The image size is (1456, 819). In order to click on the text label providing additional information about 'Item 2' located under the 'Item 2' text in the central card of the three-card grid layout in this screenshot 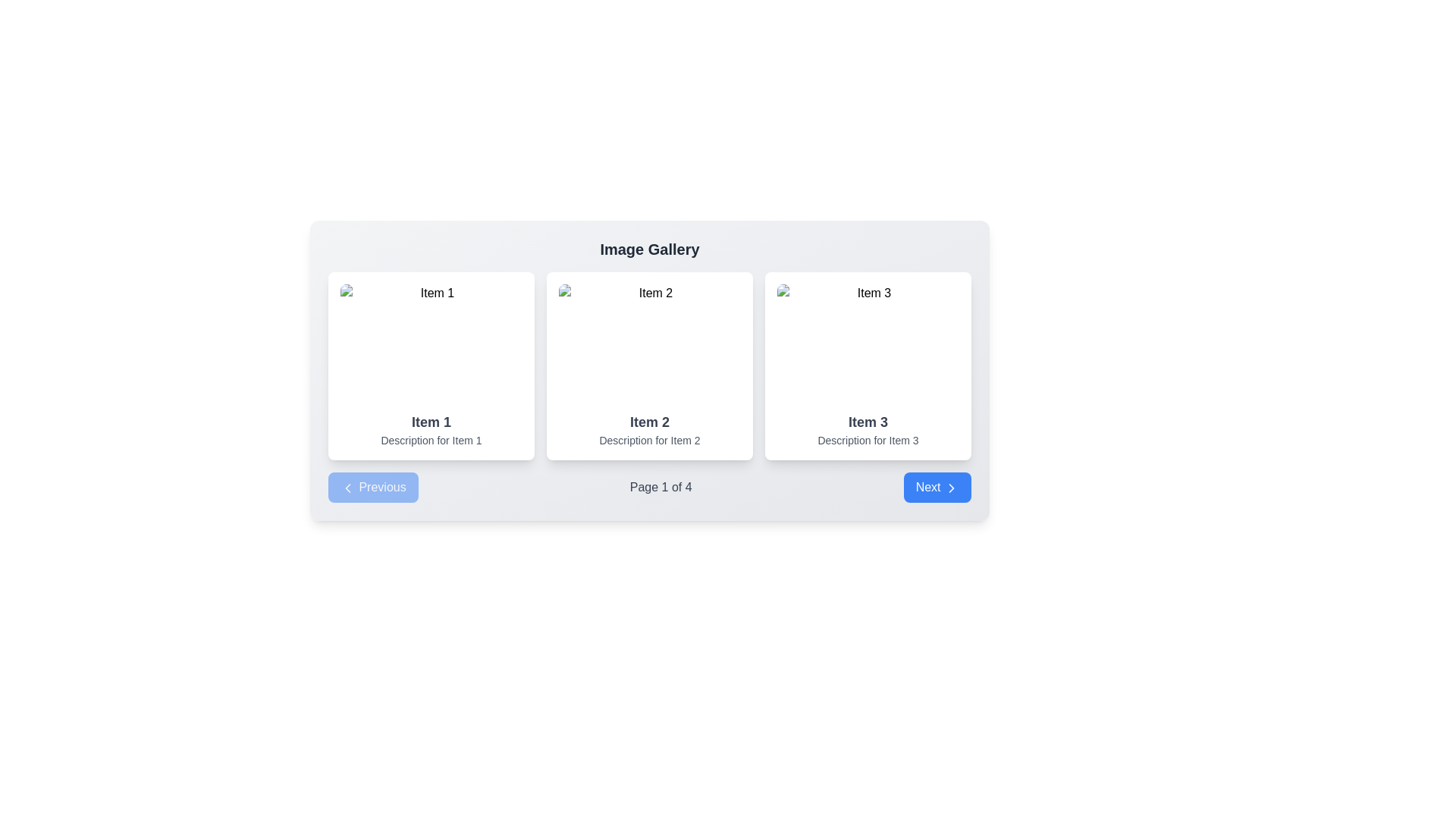, I will do `click(650, 441)`.